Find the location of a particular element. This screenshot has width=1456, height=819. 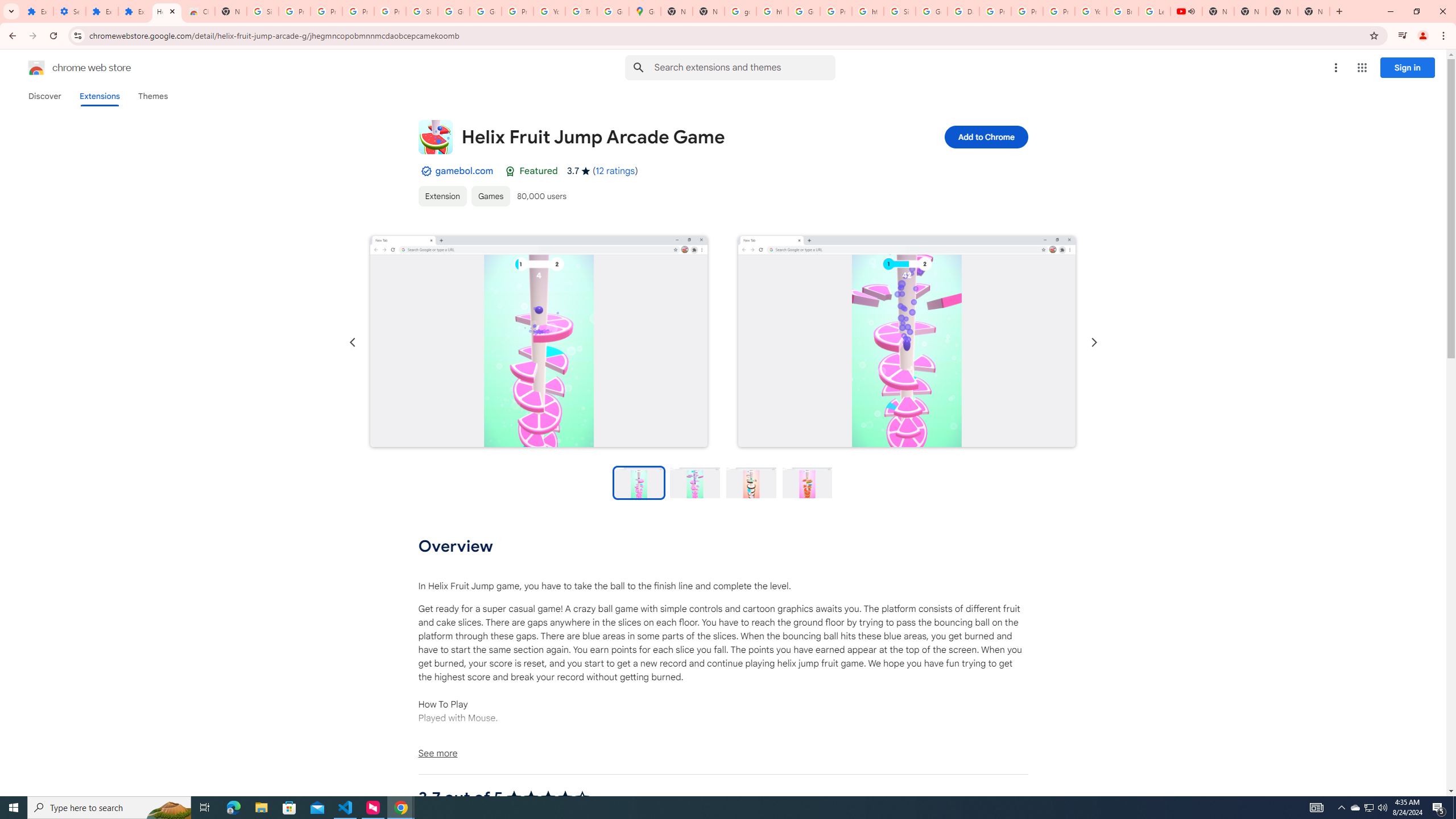

'gamebol.com' is located at coordinates (464, 170).